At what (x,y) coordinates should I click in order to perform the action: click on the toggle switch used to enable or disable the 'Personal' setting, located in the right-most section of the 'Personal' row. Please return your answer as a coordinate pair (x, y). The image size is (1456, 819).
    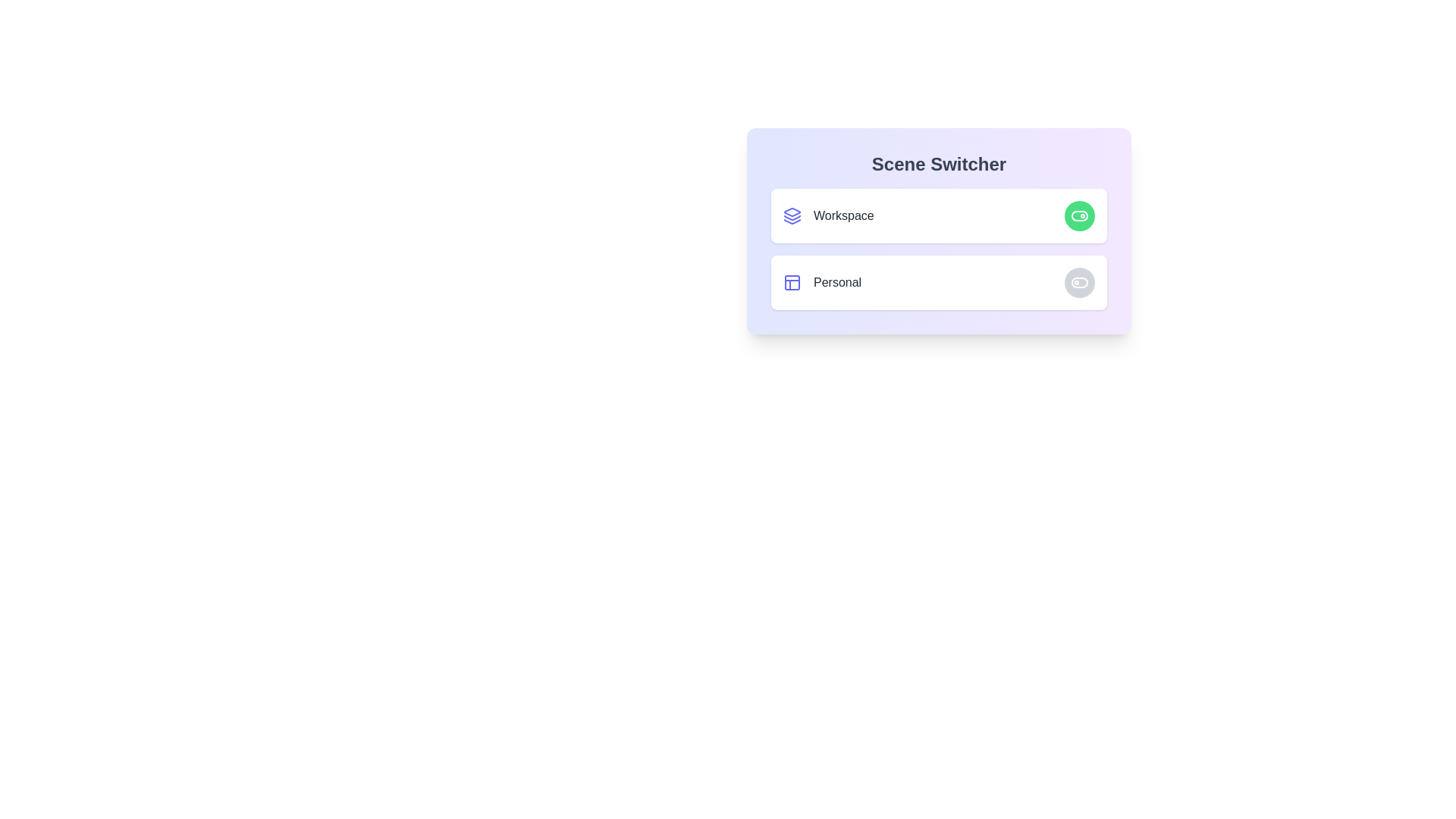
    Looking at the image, I should click on (1079, 283).